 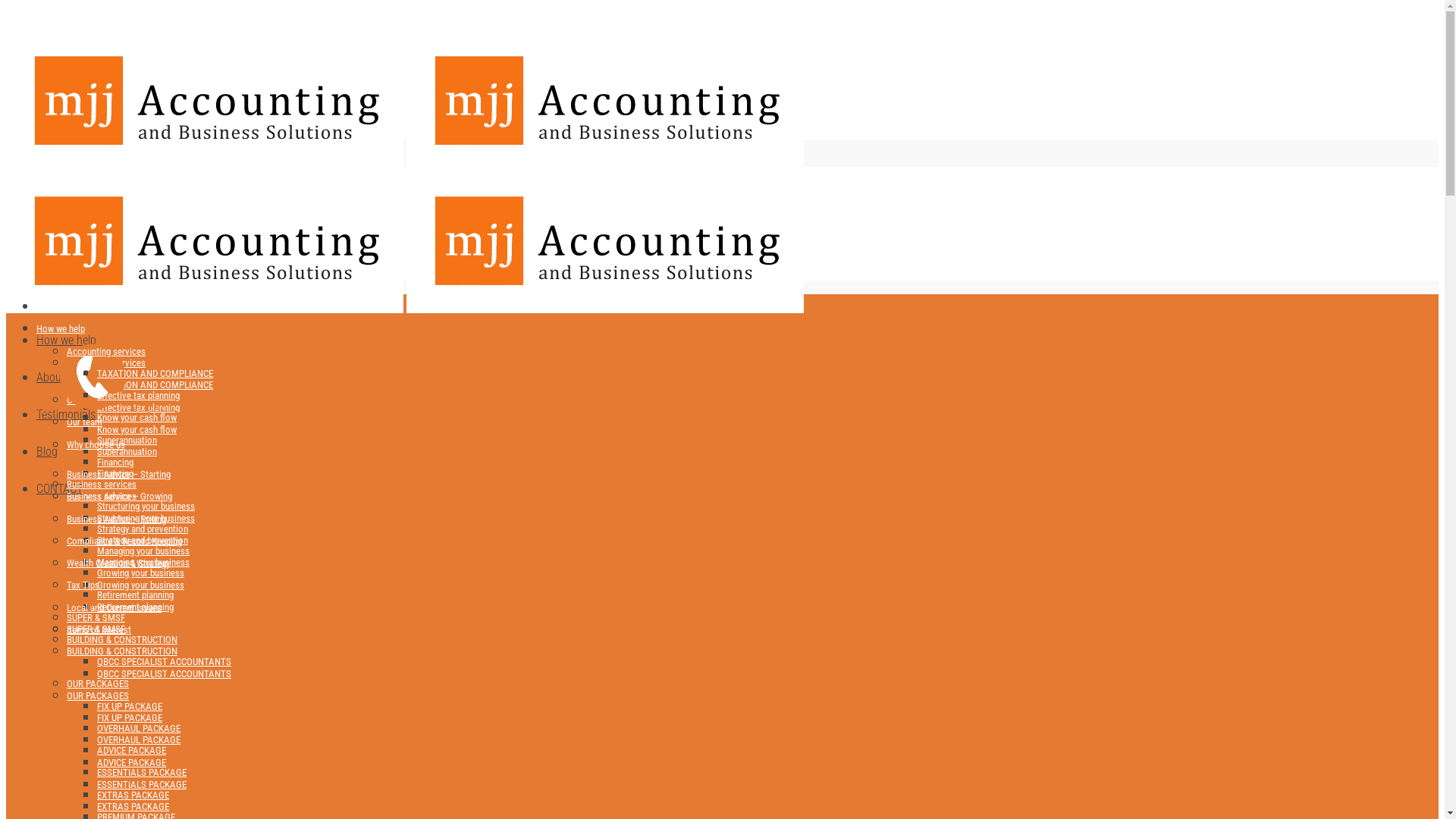 I want to click on 'Know your cash flow', so click(x=96, y=429).